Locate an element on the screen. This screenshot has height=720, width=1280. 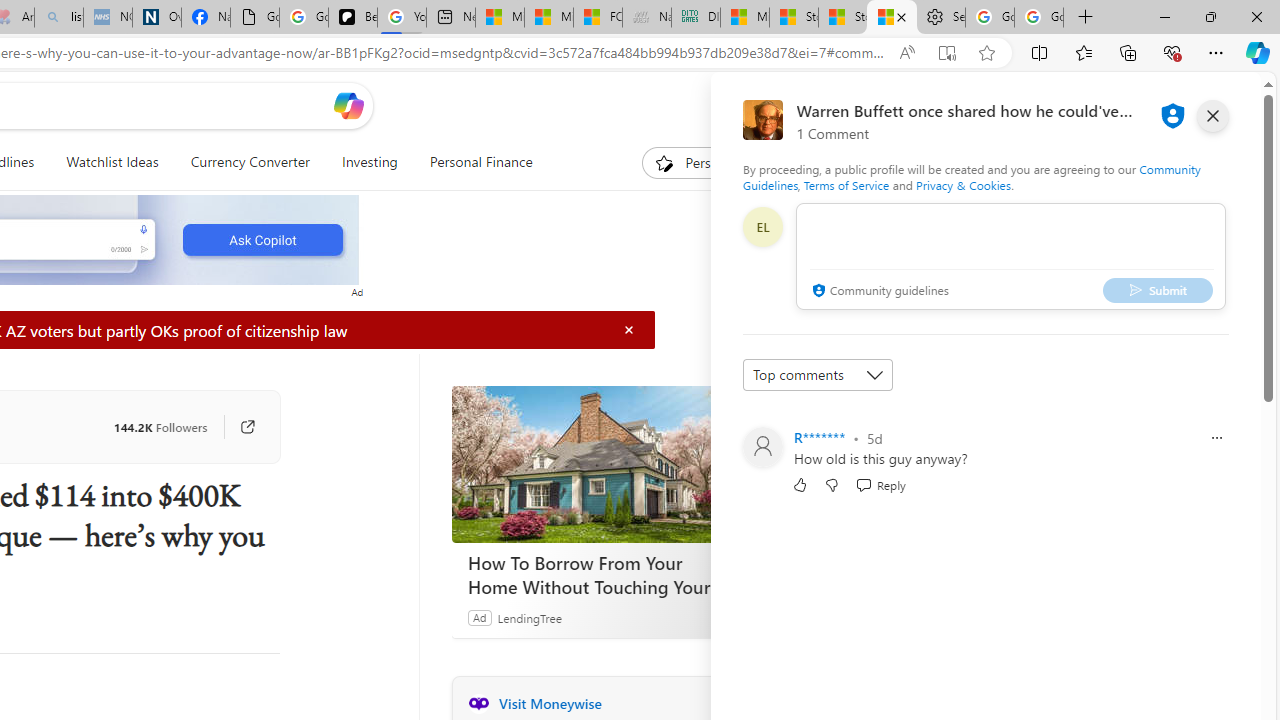
'Currency Converter' is located at coordinates (249, 162).